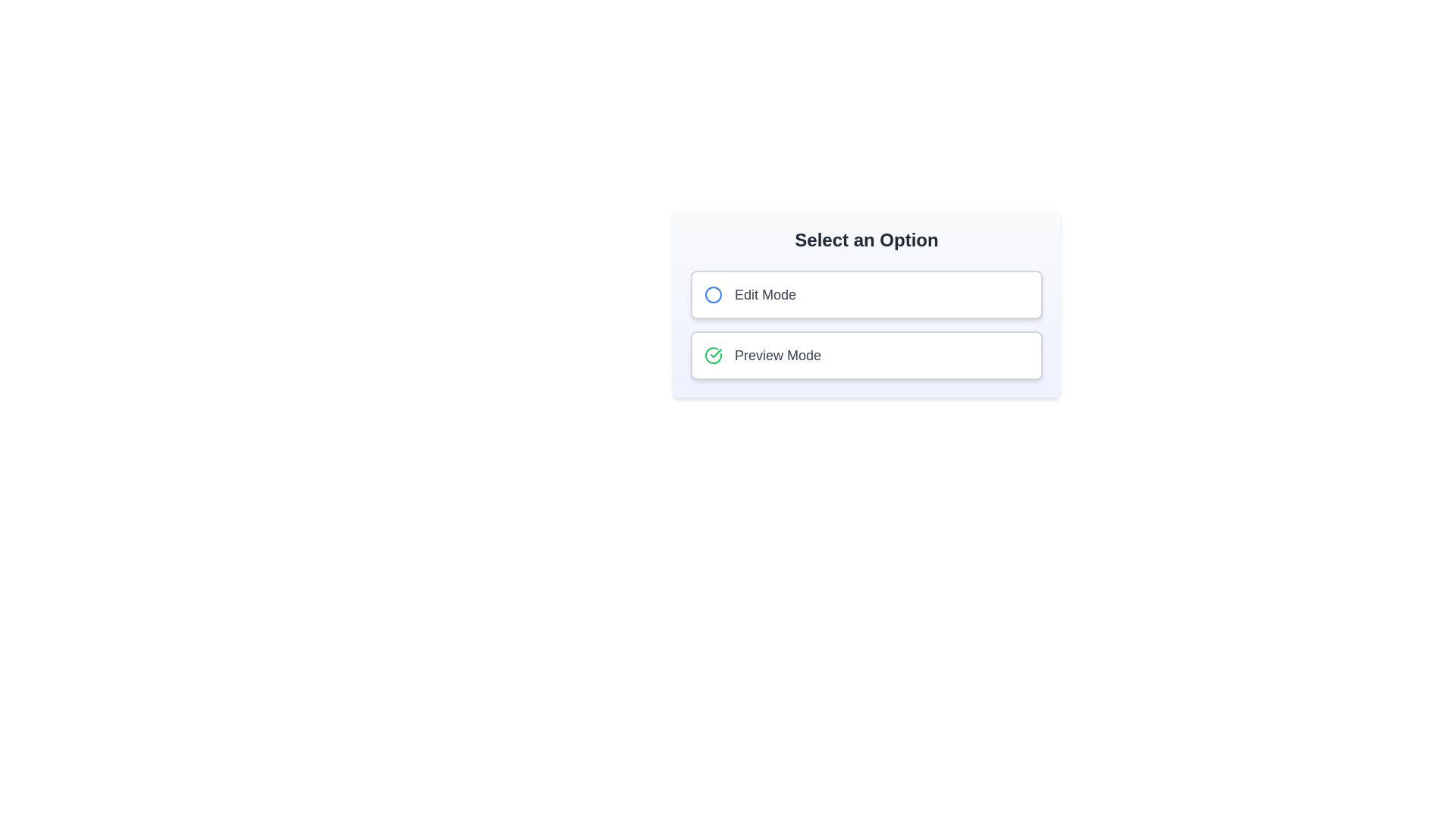 This screenshot has width=1456, height=819. What do you see at coordinates (866, 295) in the screenshot?
I see `the 'Edit Mode' selector button located in the center-right of the UI` at bounding box center [866, 295].